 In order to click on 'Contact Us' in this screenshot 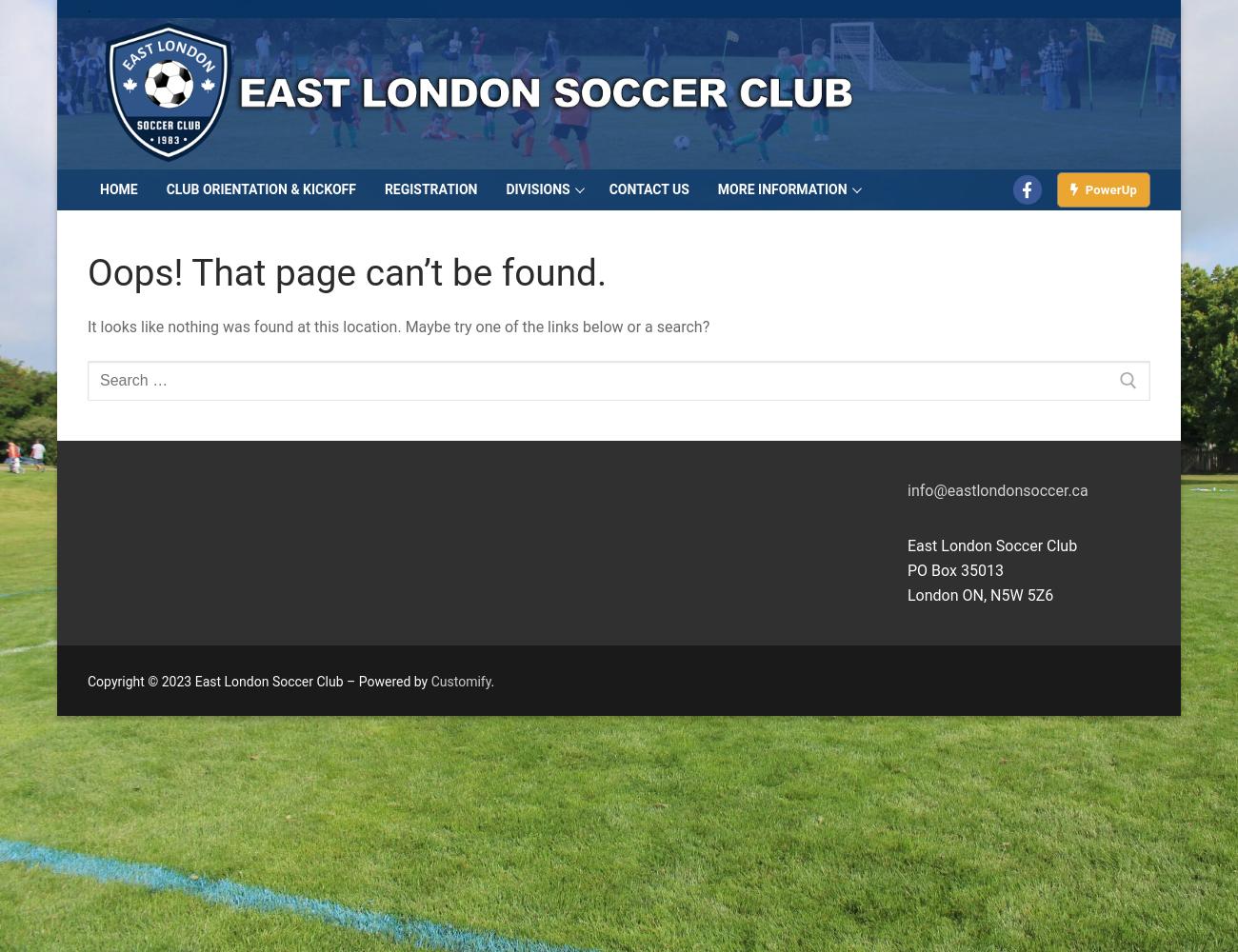, I will do `click(647, 188)`.